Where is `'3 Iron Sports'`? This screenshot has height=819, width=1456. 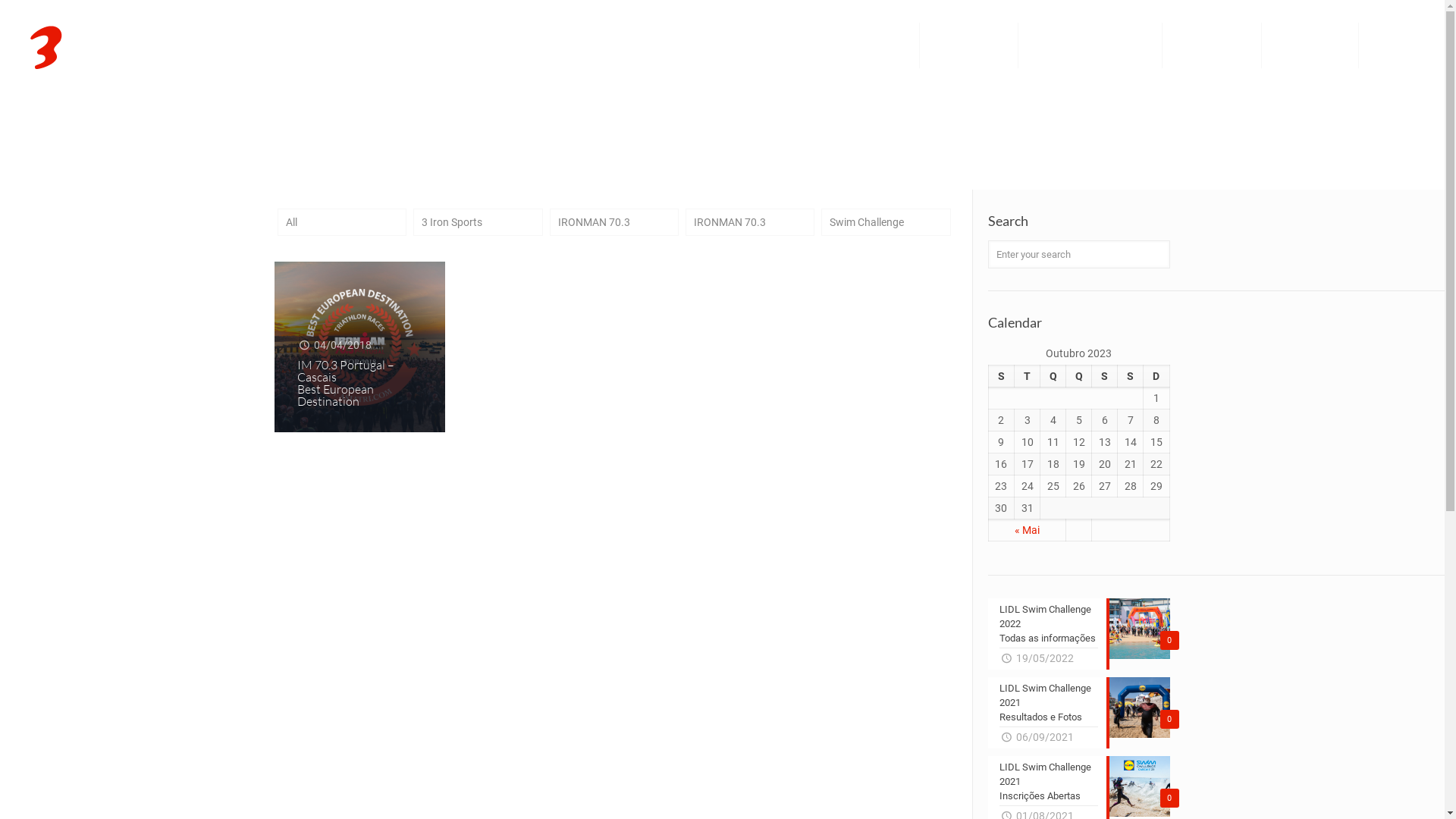
'3 Iron Sports' is located at coordinates (476, 221).